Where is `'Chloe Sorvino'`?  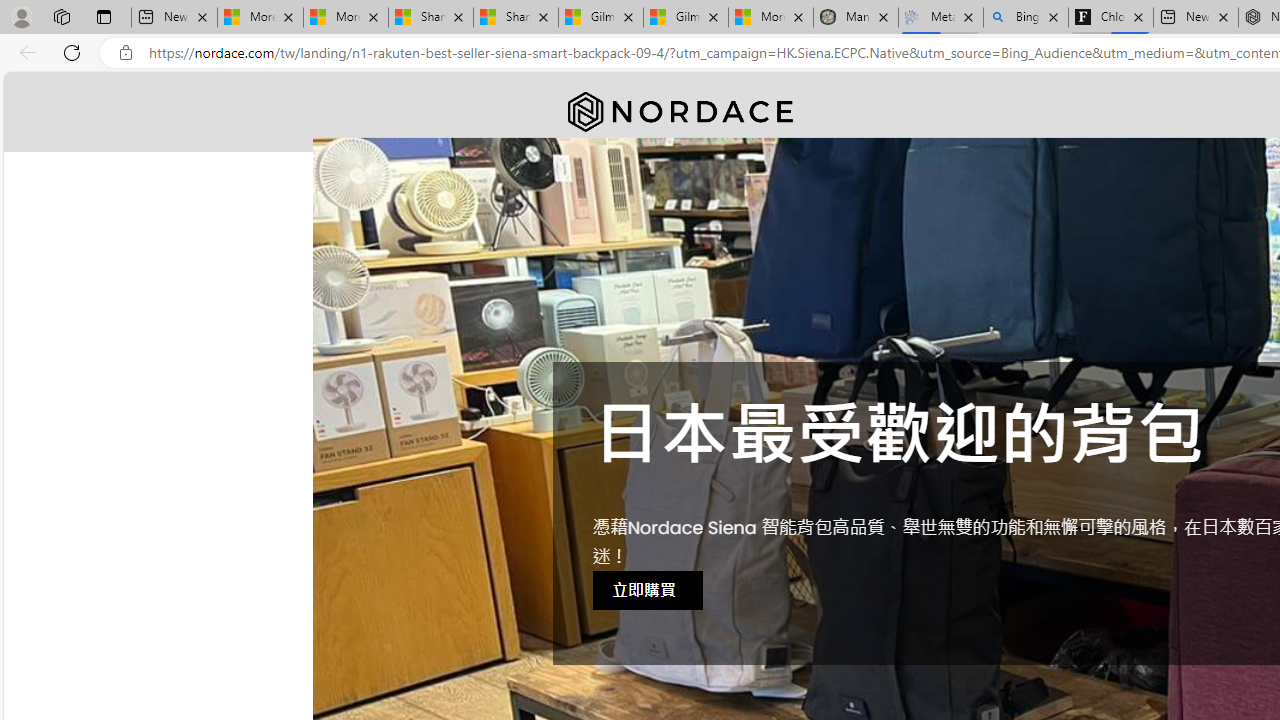 'Chloe Sorvino' is located at coordinates (1110, 17).